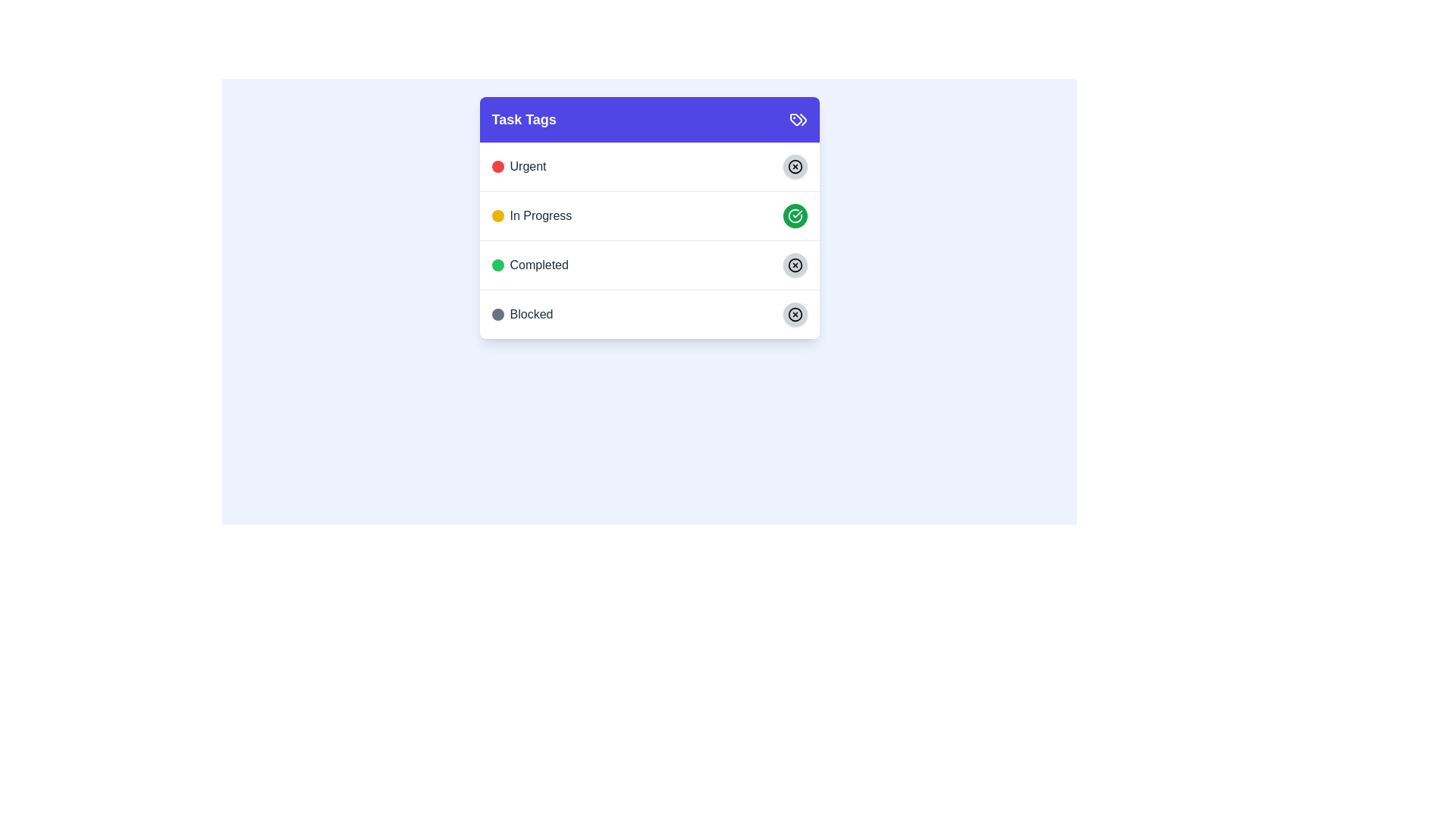 The width and height of the screenshot is (1456, 819). I want to click on the innermost circular component of the 'Urgent' tag that indicates clearing or removing a task, so click(794, 166).